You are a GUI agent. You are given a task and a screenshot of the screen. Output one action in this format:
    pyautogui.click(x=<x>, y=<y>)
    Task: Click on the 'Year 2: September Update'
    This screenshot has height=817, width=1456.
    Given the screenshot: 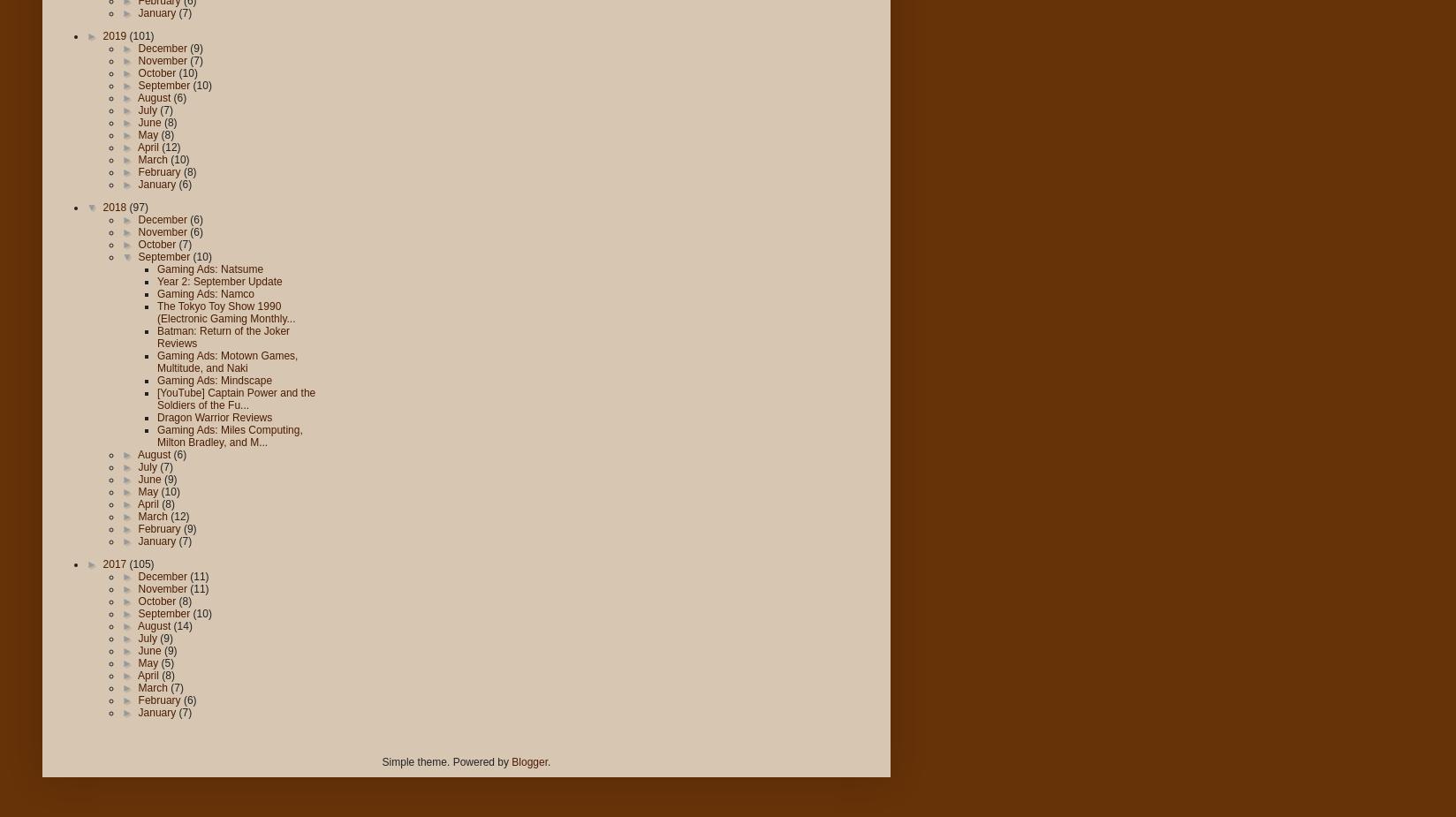 What is the action you would take?
    pyautogui.click(x=218, y=281)
    